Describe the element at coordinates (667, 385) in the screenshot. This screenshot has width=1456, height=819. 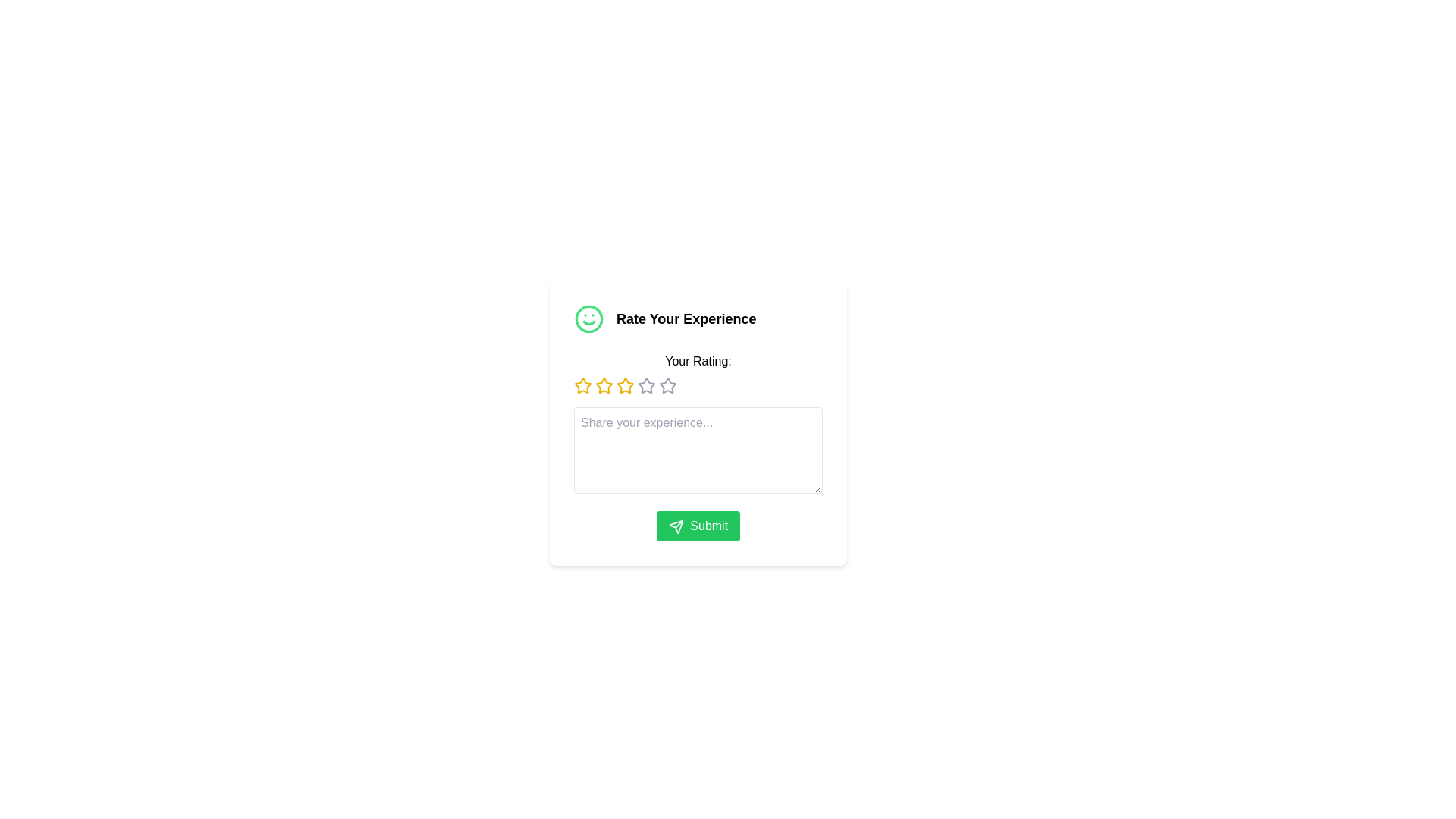
I see `the eighth star icon in the rating system` at that location.